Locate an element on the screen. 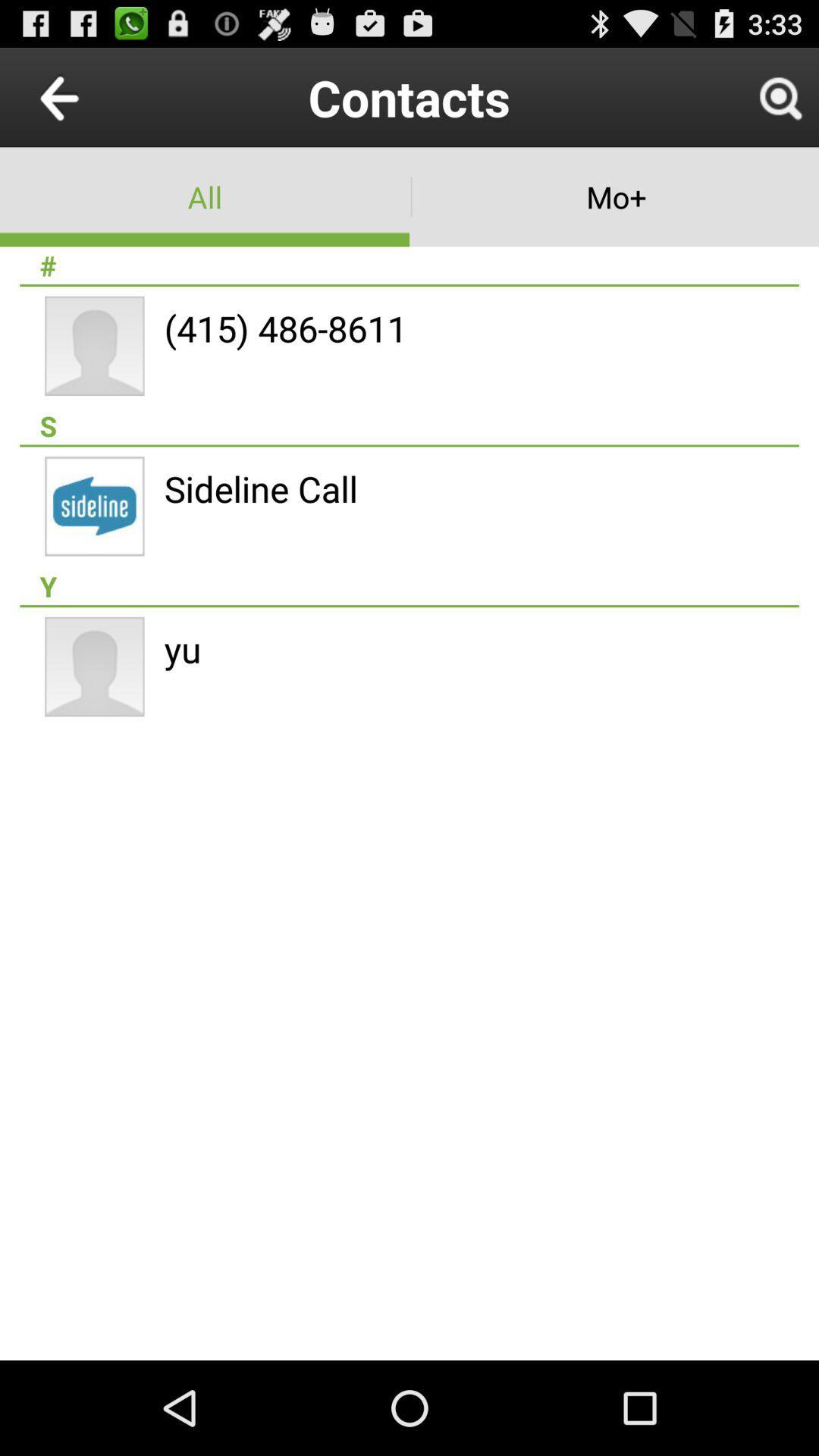 The image size is (819, 1456). the item above the s app is located at coordinates (285, 328).